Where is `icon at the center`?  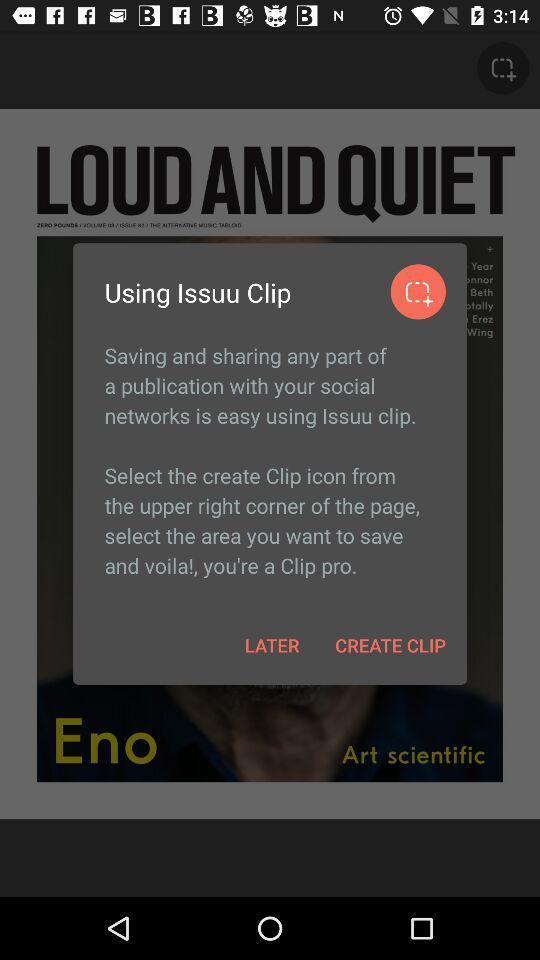
icon at the center is located at coordinates (270, 460).